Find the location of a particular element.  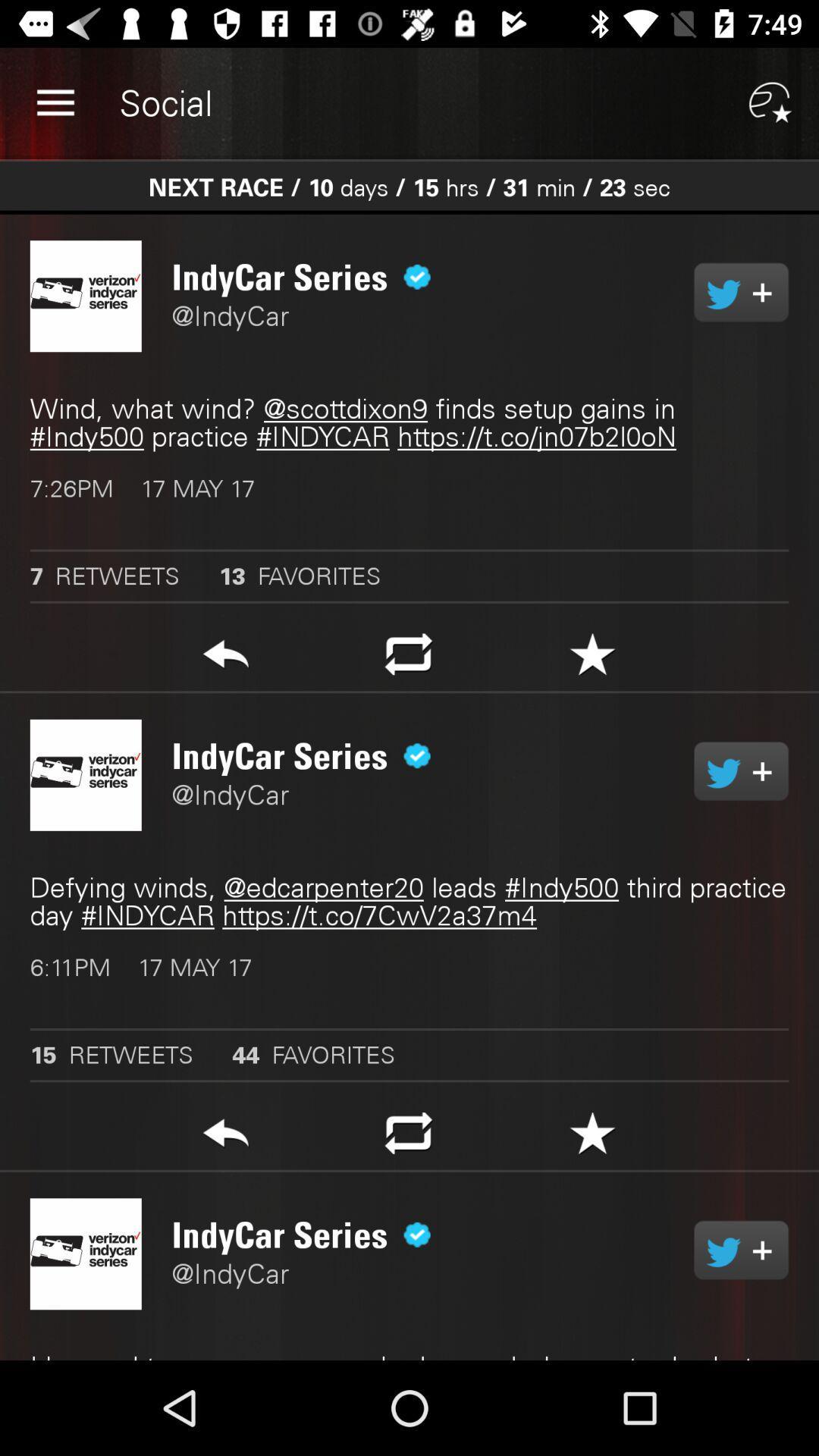

the defying winds edcarpenter20 item is located at coordinates (409, 902).